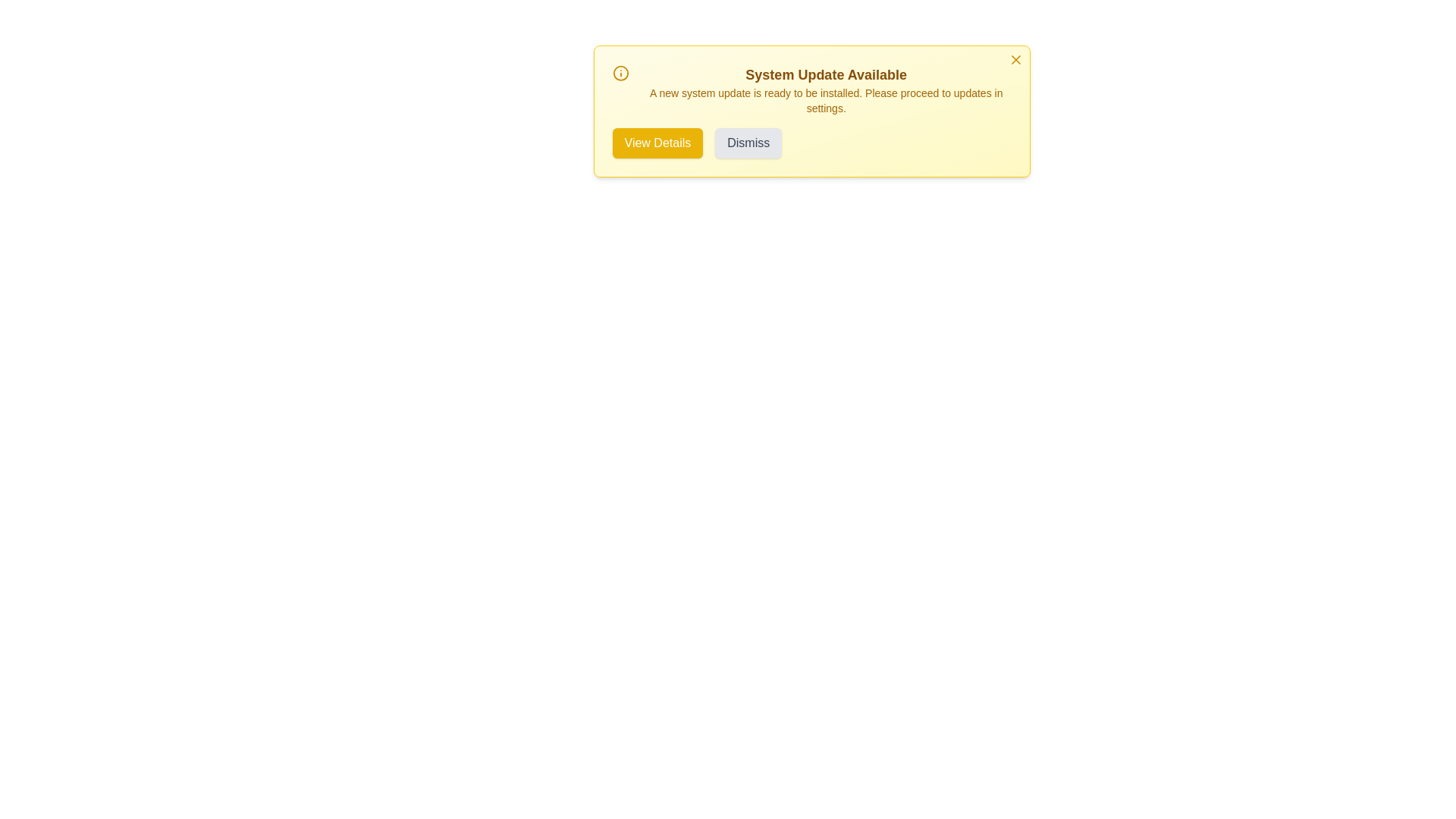  Describe the element at coordinates (825, 75) in the screenshot. I see `notification title presented by the static text element, which is centrally located within the notification card component` at that location.